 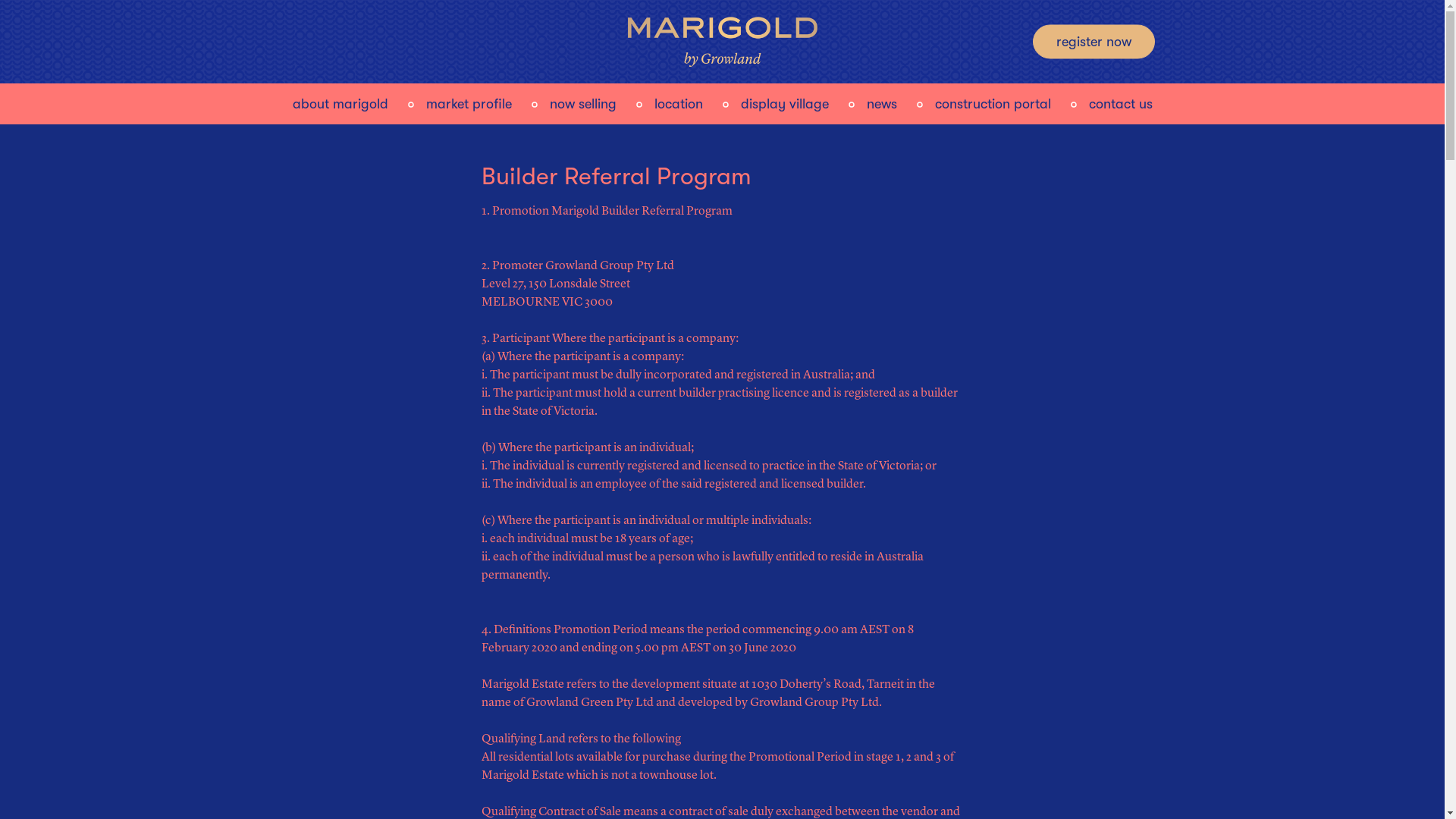 What do you see at coordinates (1121, 101) in the screenshot?
I see `'contact us'` at bounding box center [1121, 101].